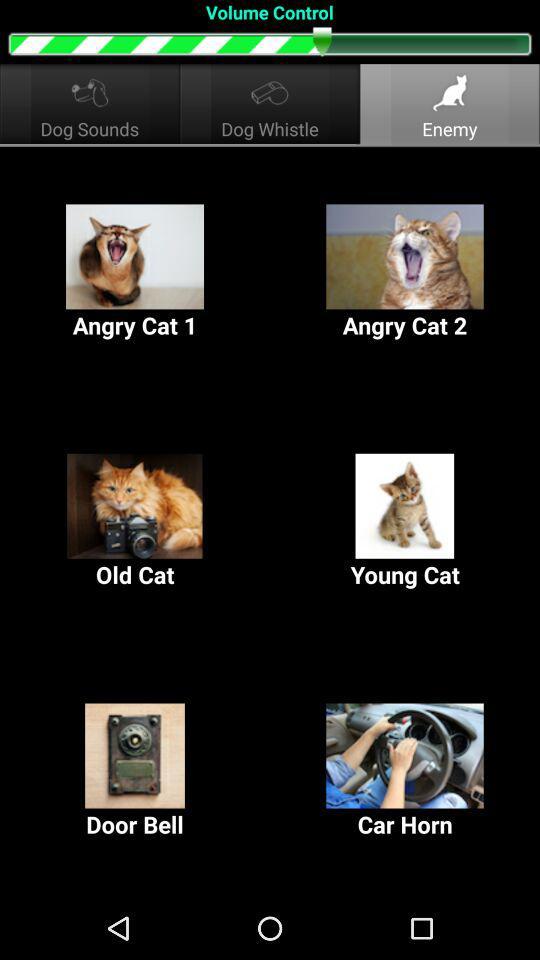 The height and width of the screenshot is (960, 540). What do you see at coordinates (135, 521) in the screenshot?
I see `old cat icon` at bounding box center [135, 521].